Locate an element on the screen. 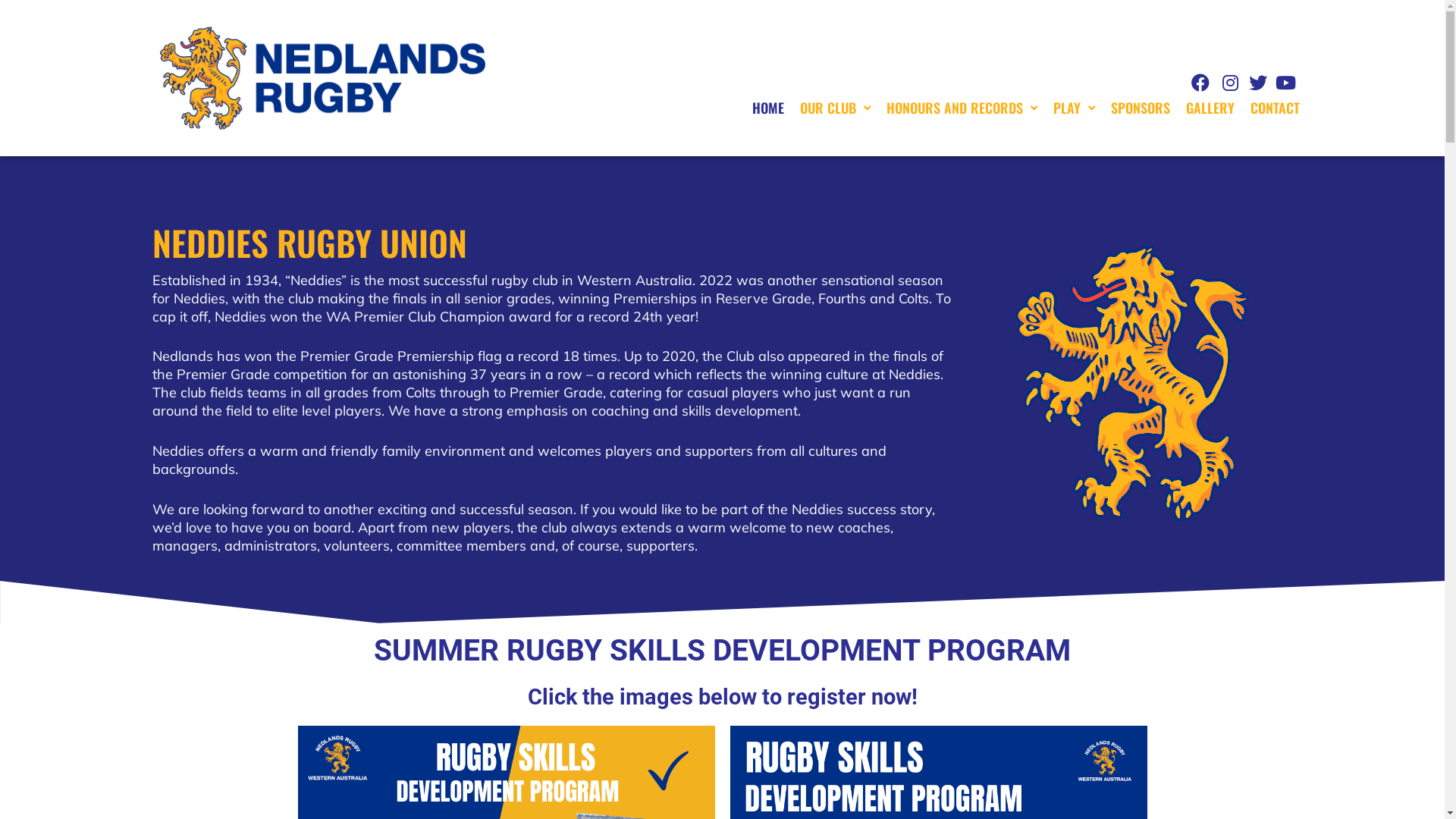  'CONTACT' is located at coordinates (1274, 107).